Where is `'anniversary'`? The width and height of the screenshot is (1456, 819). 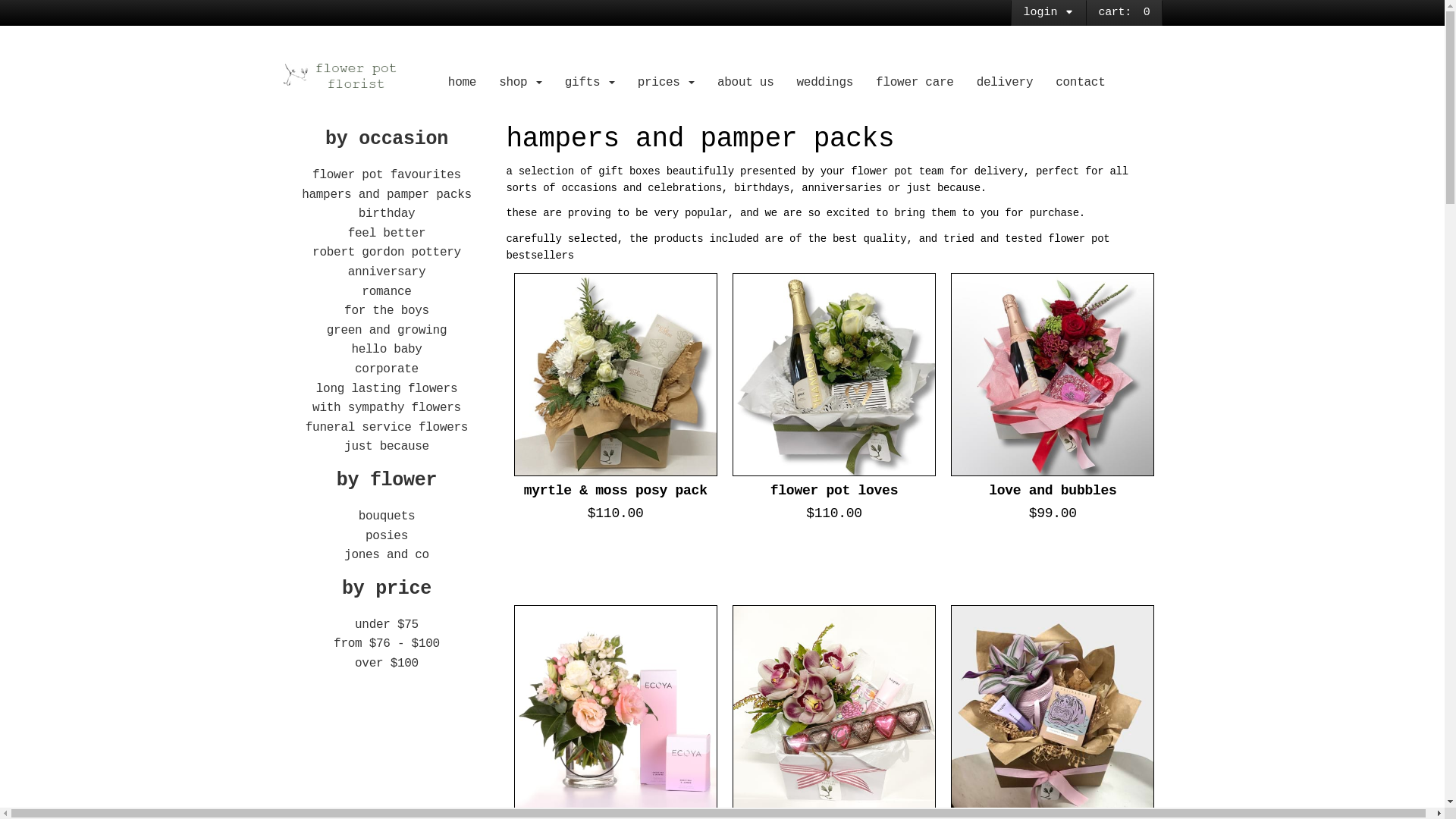 'anniversary' is located at coordinates (347, 271).